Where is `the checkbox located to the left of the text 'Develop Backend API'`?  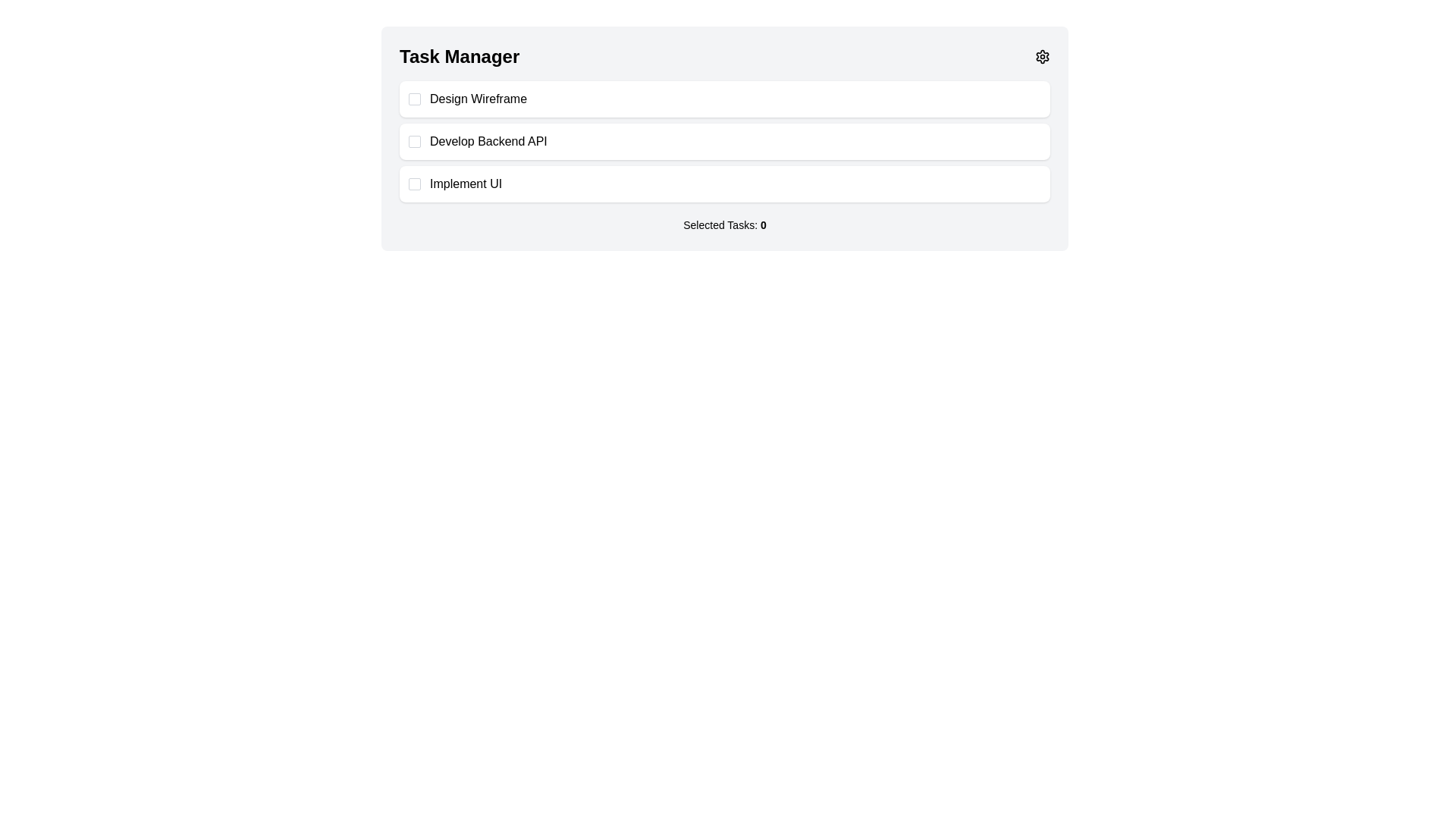
the checkbox located to the left of the text 'Develop Backend API' is located at coordinates (415, 141).